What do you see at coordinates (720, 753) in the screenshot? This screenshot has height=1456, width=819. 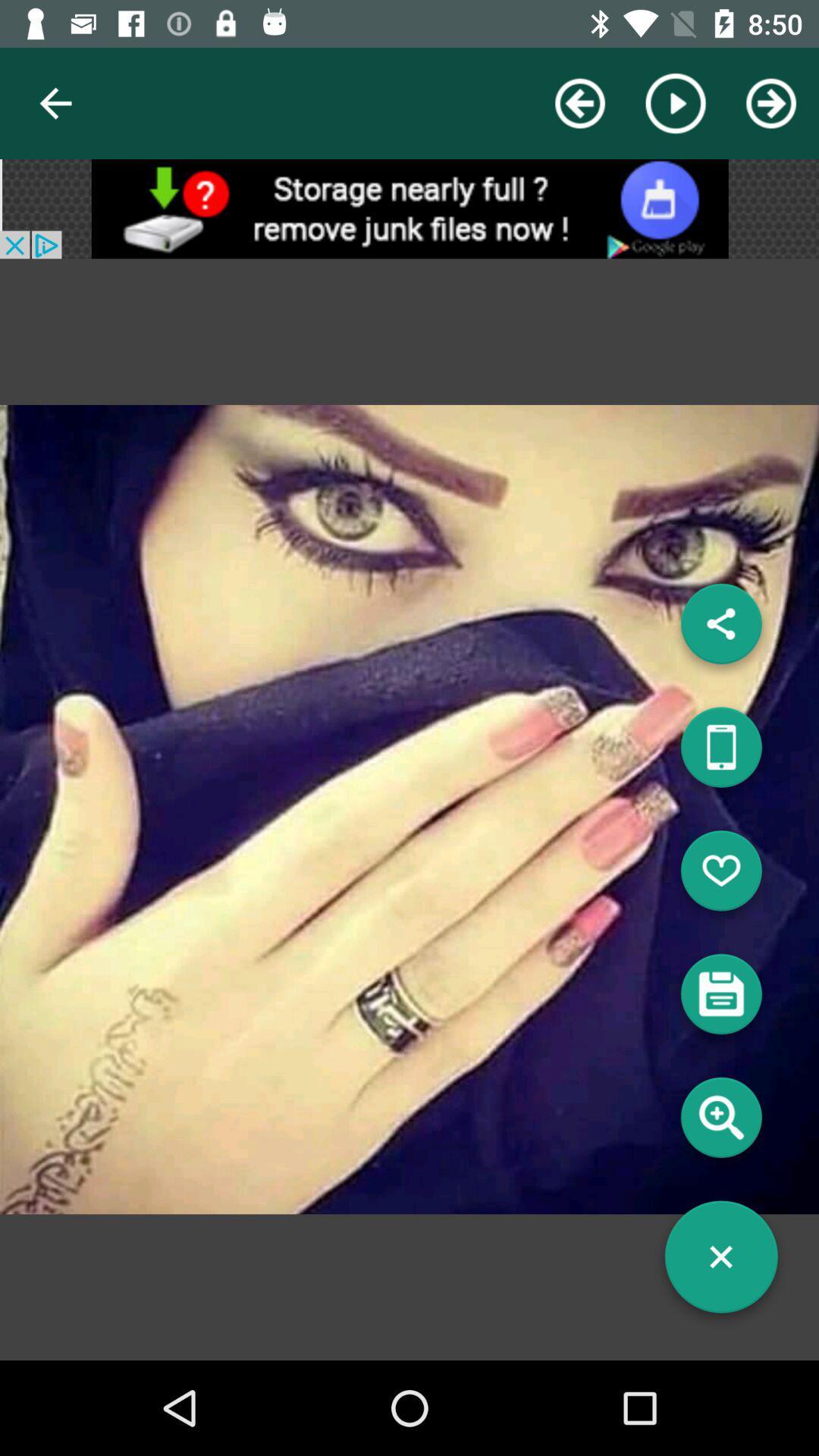 I see `click on phone icon` at bounding box center [720, 753].